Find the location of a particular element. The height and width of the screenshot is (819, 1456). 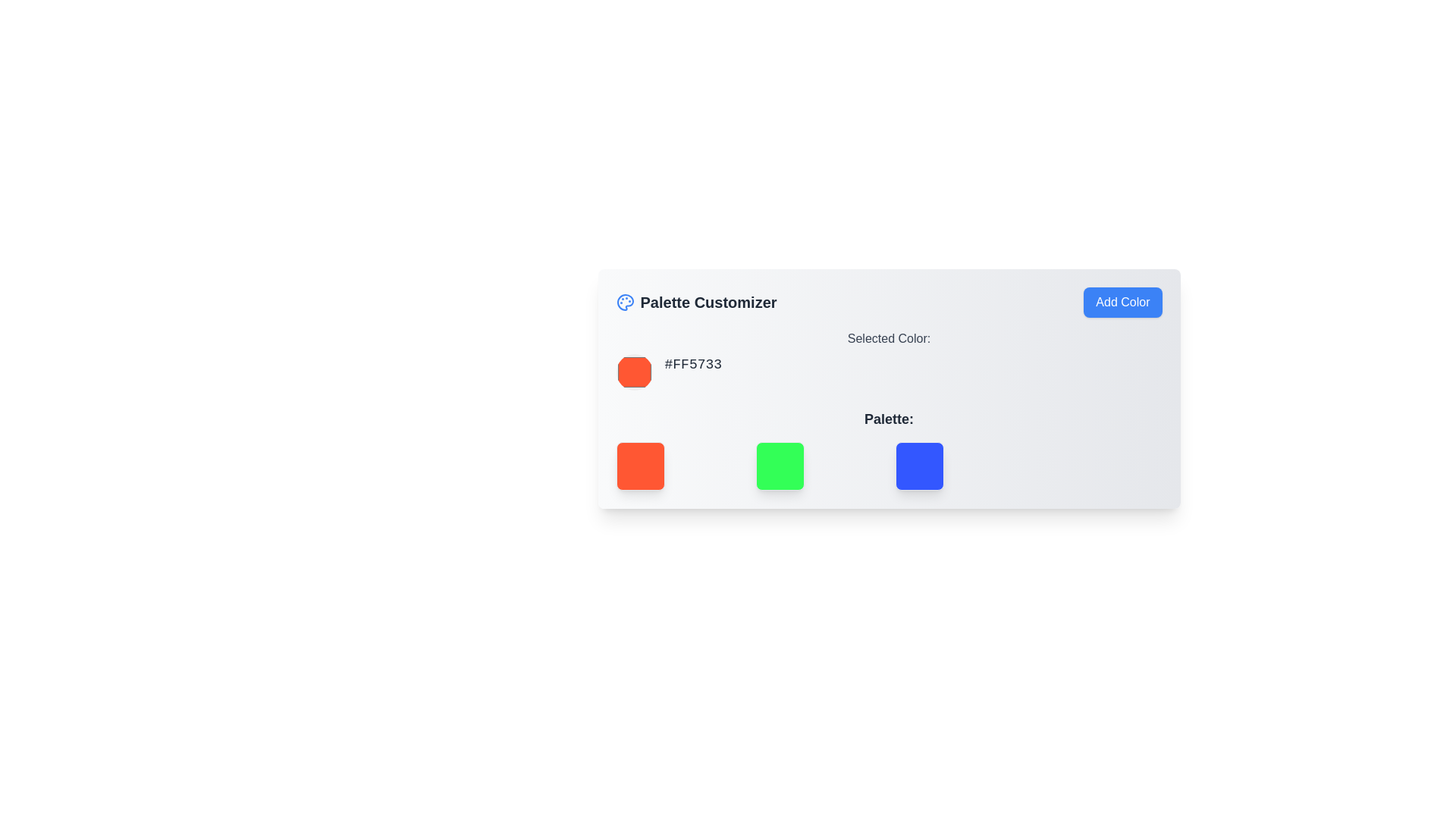

the green square color swatch with rounded corners located is located at coordinates (818, 465).